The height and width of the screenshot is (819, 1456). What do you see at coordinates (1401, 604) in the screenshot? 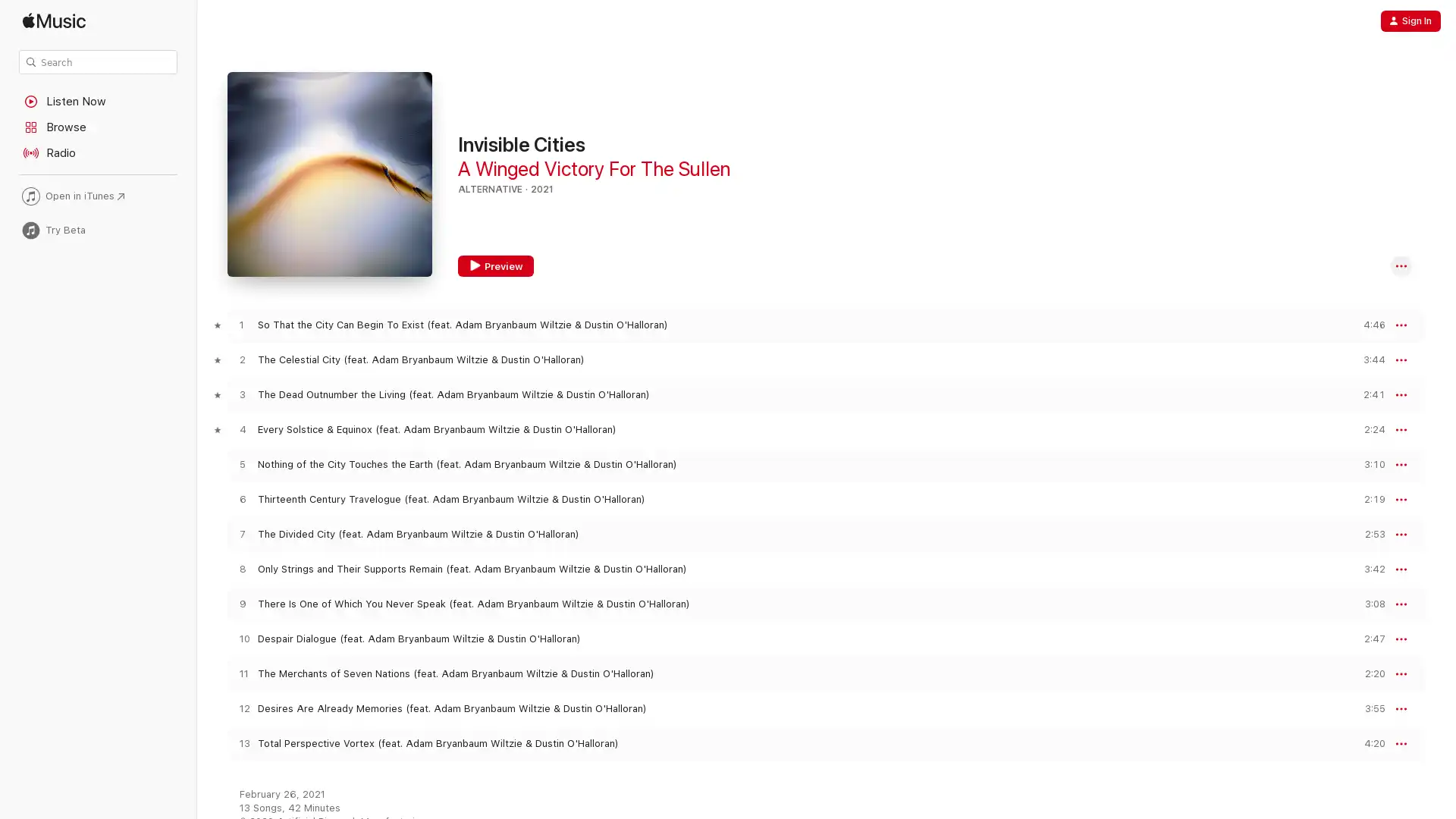
I see `More` at bounding box center [1401, 604].